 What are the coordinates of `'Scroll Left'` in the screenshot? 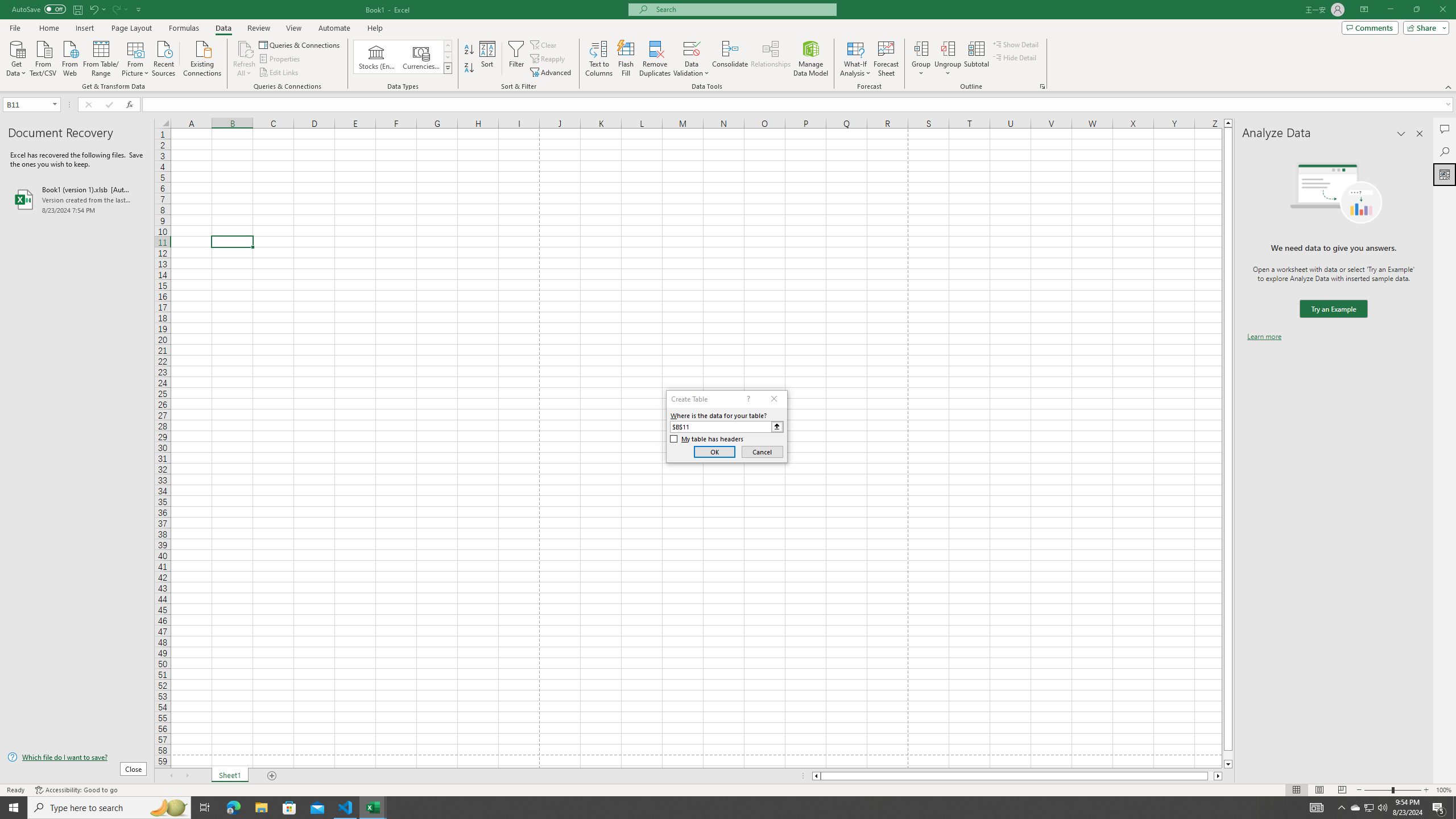 It's located at (170, 775).